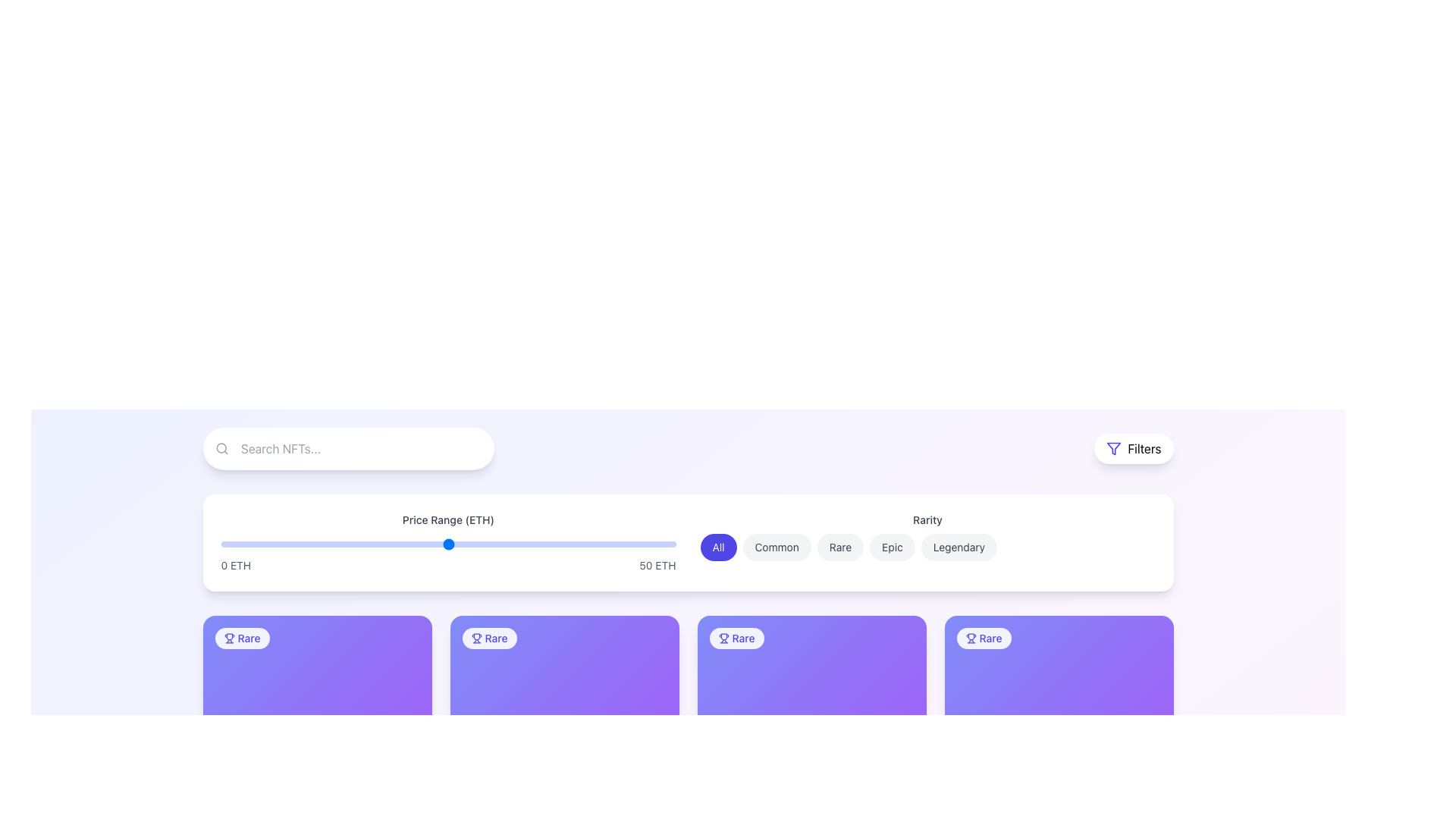 This screenshot has width=1456, height=819. I want to click on the price range slider, so click(320, 543).